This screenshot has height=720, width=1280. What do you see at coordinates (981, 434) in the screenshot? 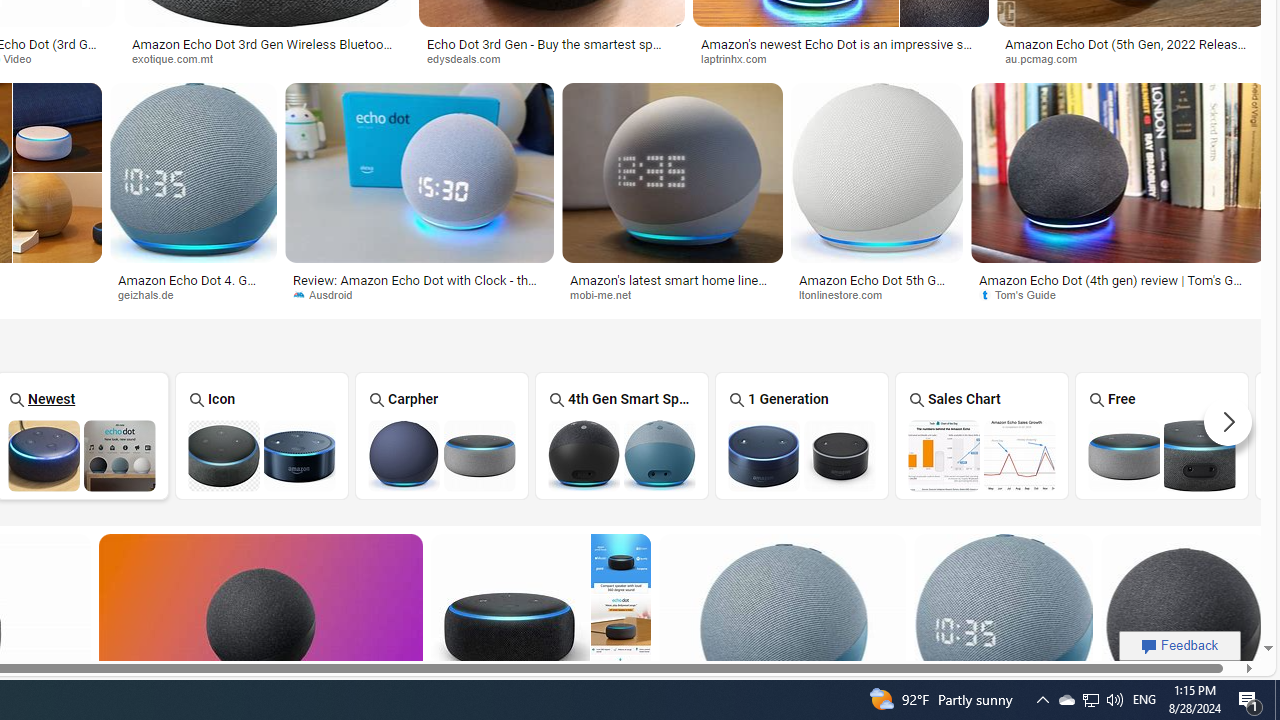
I see `'Sales Chart'` at bounding box center [981, 434].